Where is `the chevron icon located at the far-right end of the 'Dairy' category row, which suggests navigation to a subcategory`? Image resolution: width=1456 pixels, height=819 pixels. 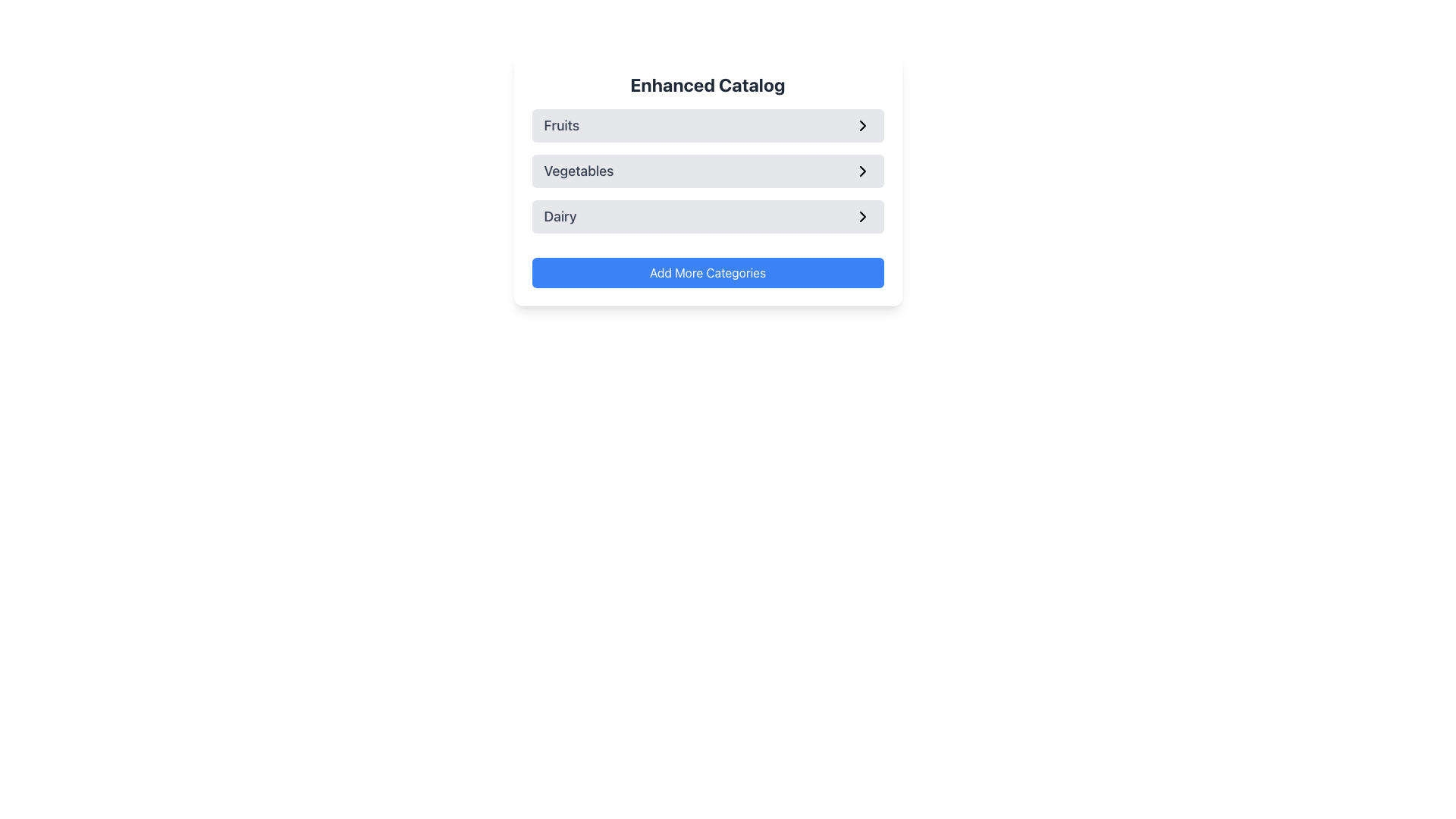 the chevron icon located at the far-right end of the 'Dairy' category row, which suggests navigation to a subcategory is located at coordinates (862, 216).